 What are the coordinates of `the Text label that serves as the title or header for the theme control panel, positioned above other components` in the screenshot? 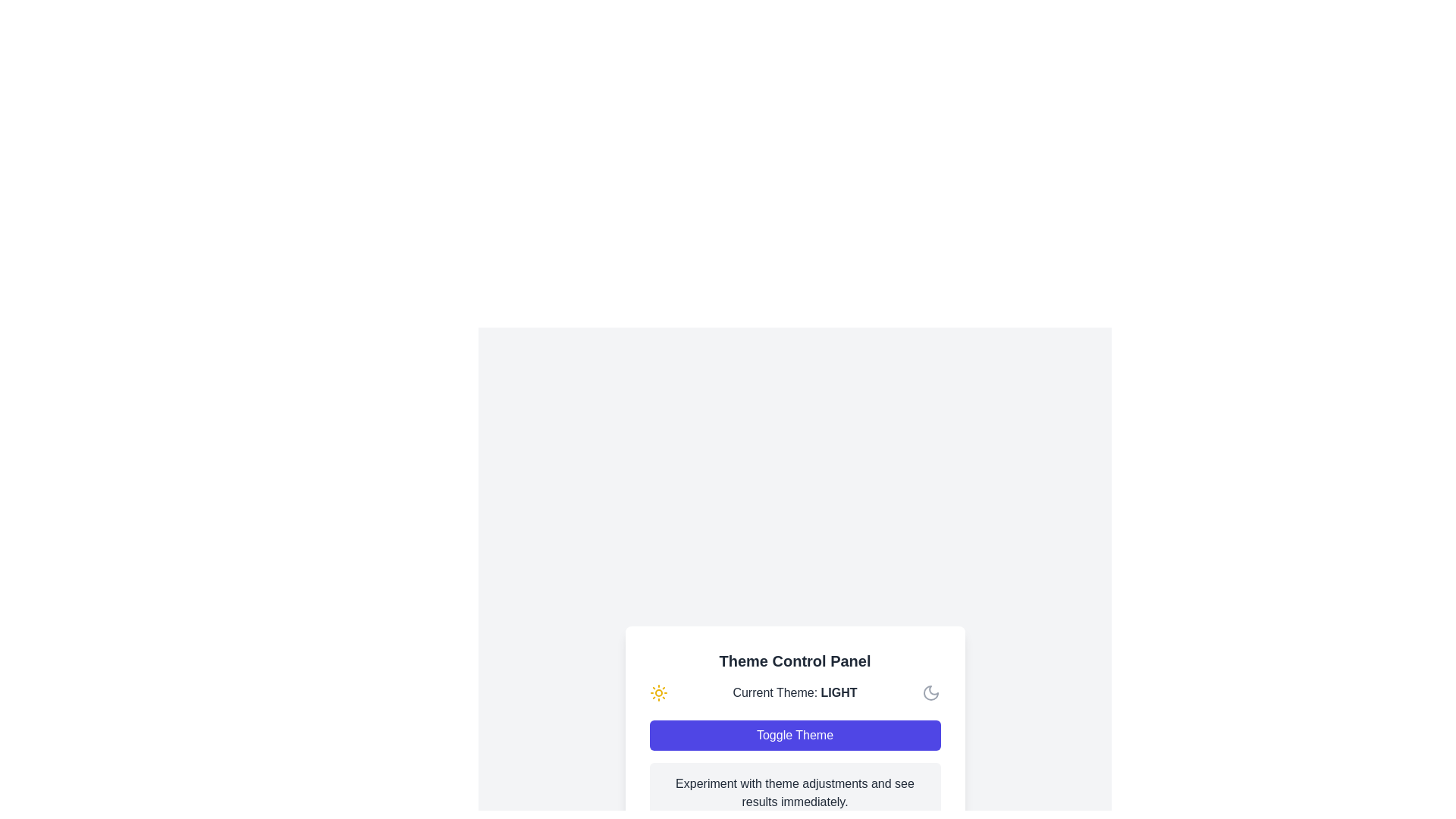 It's located at (794, 660).